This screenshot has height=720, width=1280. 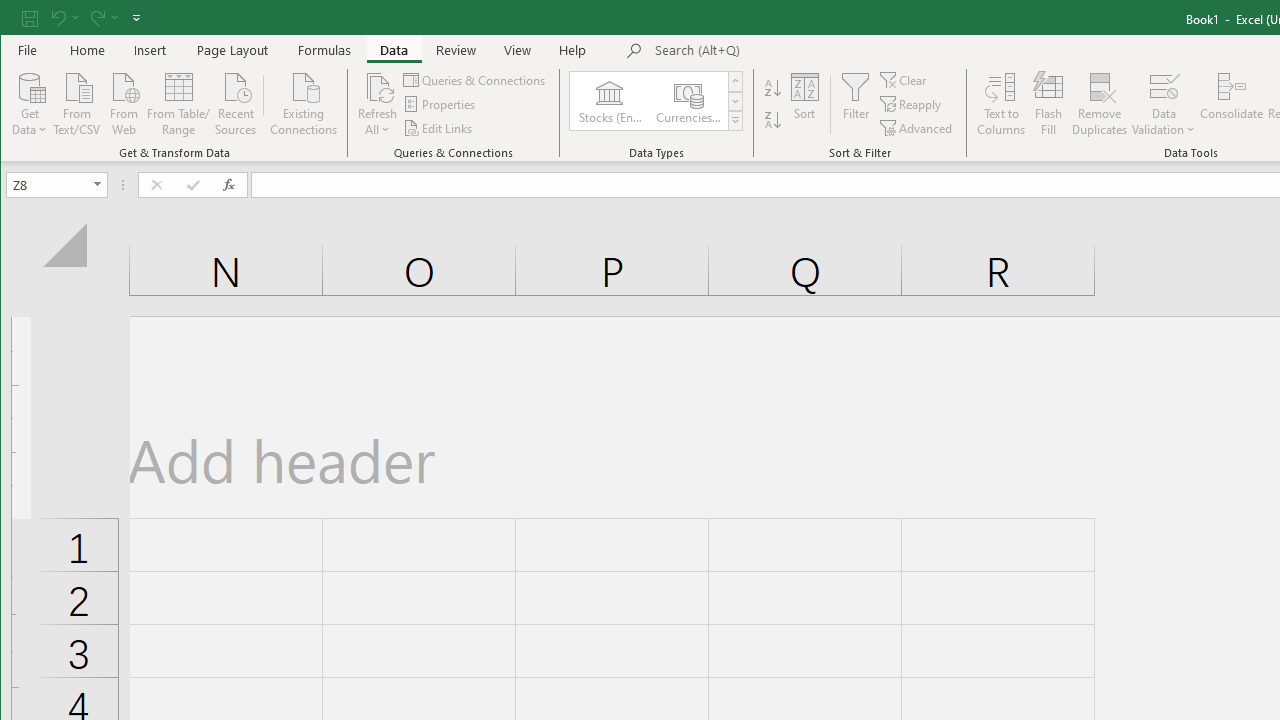 What do you see at coordinates (149, 49) in the screenshot?
I see `'Insert'` at bounding box center [149, 49].